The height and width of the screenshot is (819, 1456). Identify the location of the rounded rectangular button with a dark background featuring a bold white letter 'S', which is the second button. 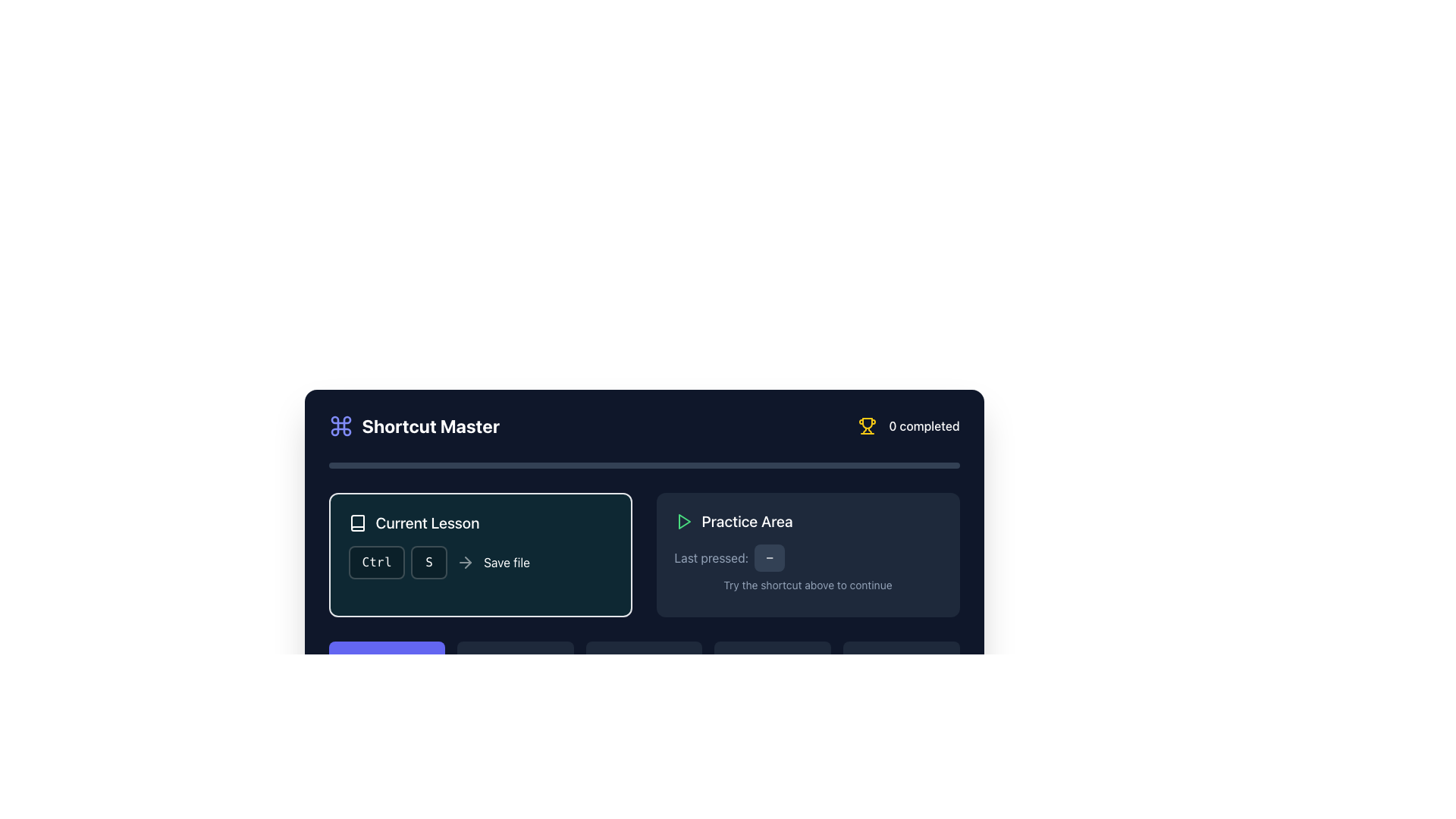
(428, 562).